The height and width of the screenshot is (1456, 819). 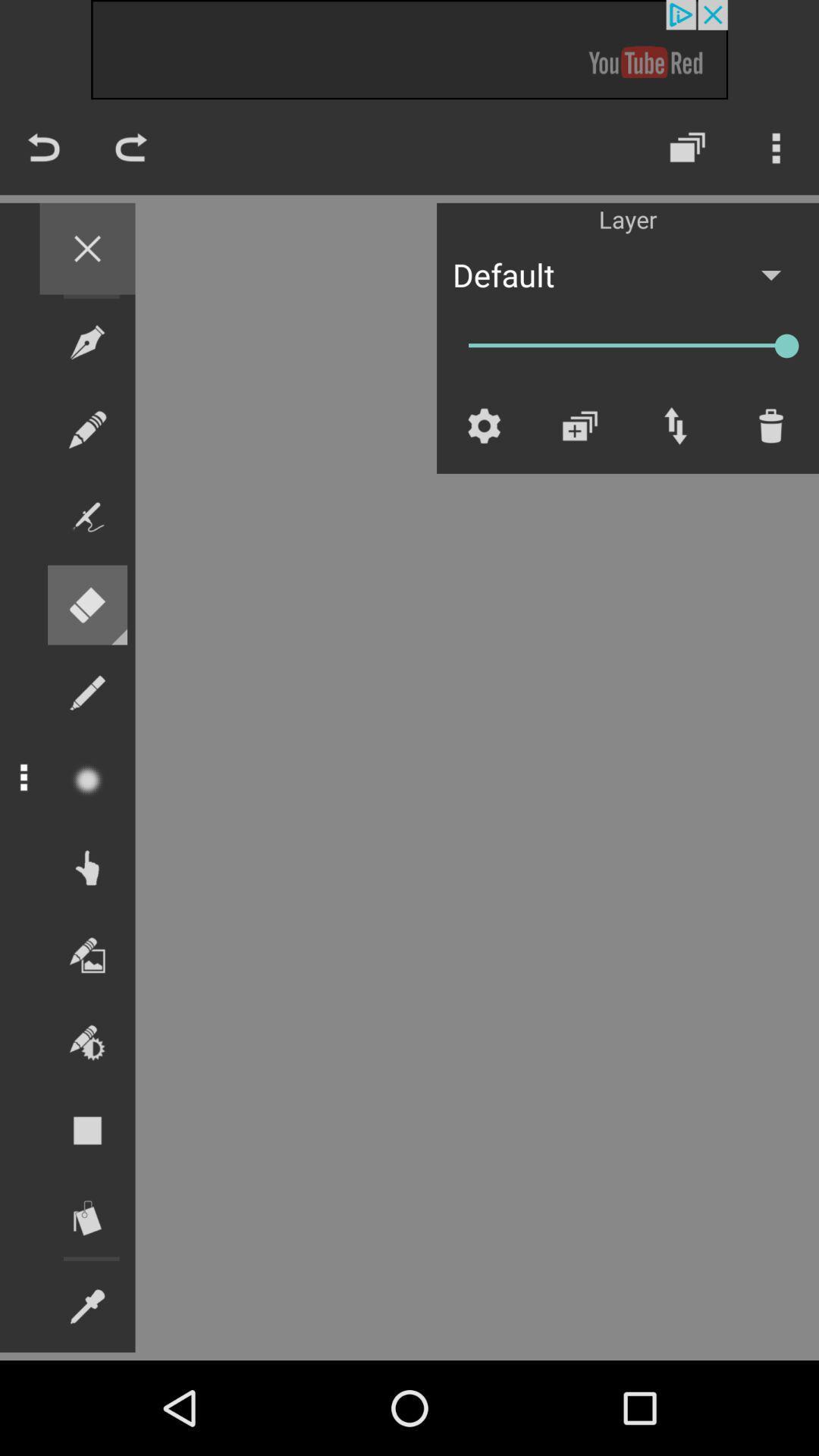 I want to click on the undo icon, so click(x=42, y=147).